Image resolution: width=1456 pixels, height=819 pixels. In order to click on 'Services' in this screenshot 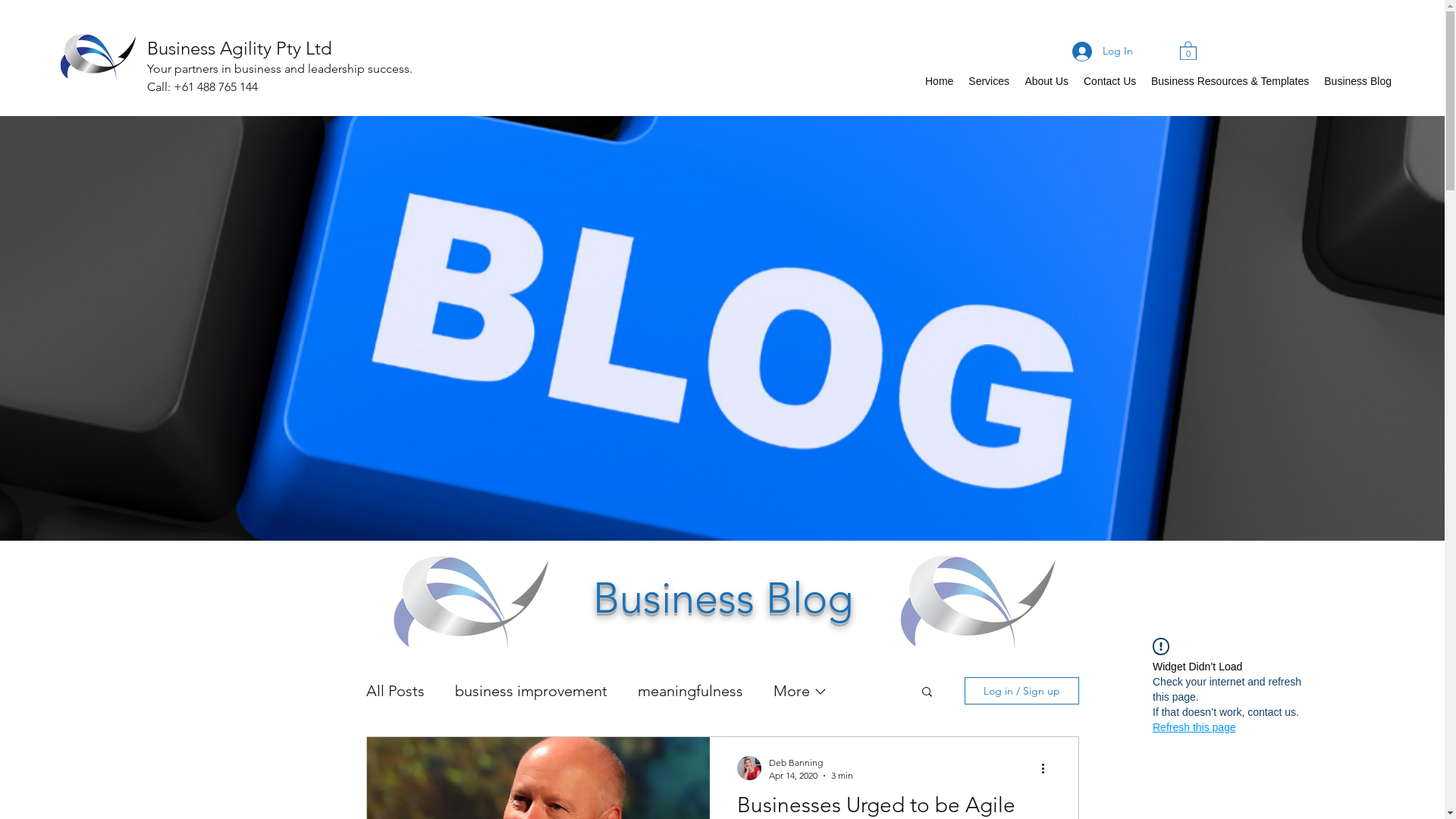, I will do `click(989, 81)`.